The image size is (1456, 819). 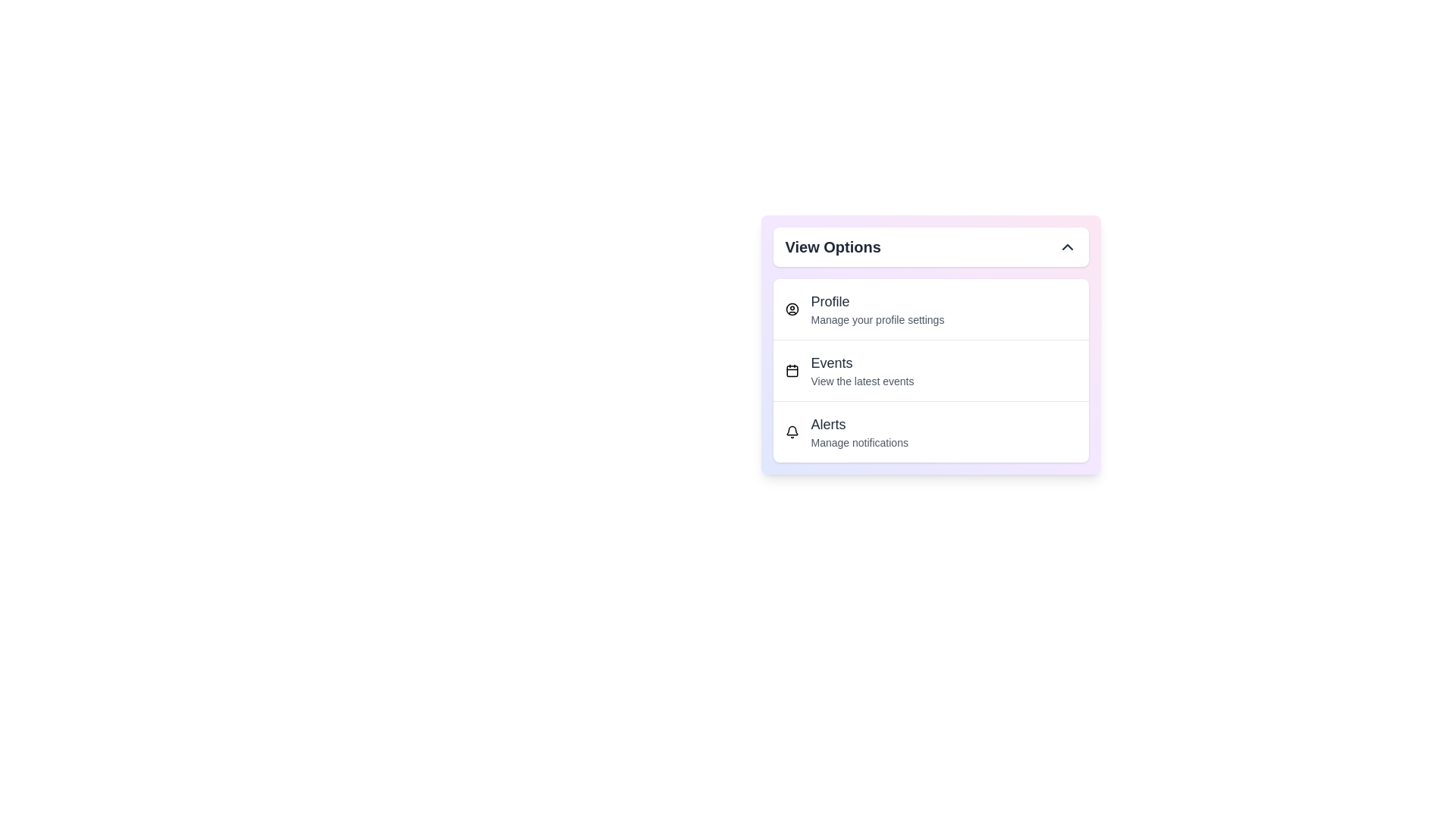 I want to click on the icon of the menu item corresponding to Events, so click(x=791, y=371).